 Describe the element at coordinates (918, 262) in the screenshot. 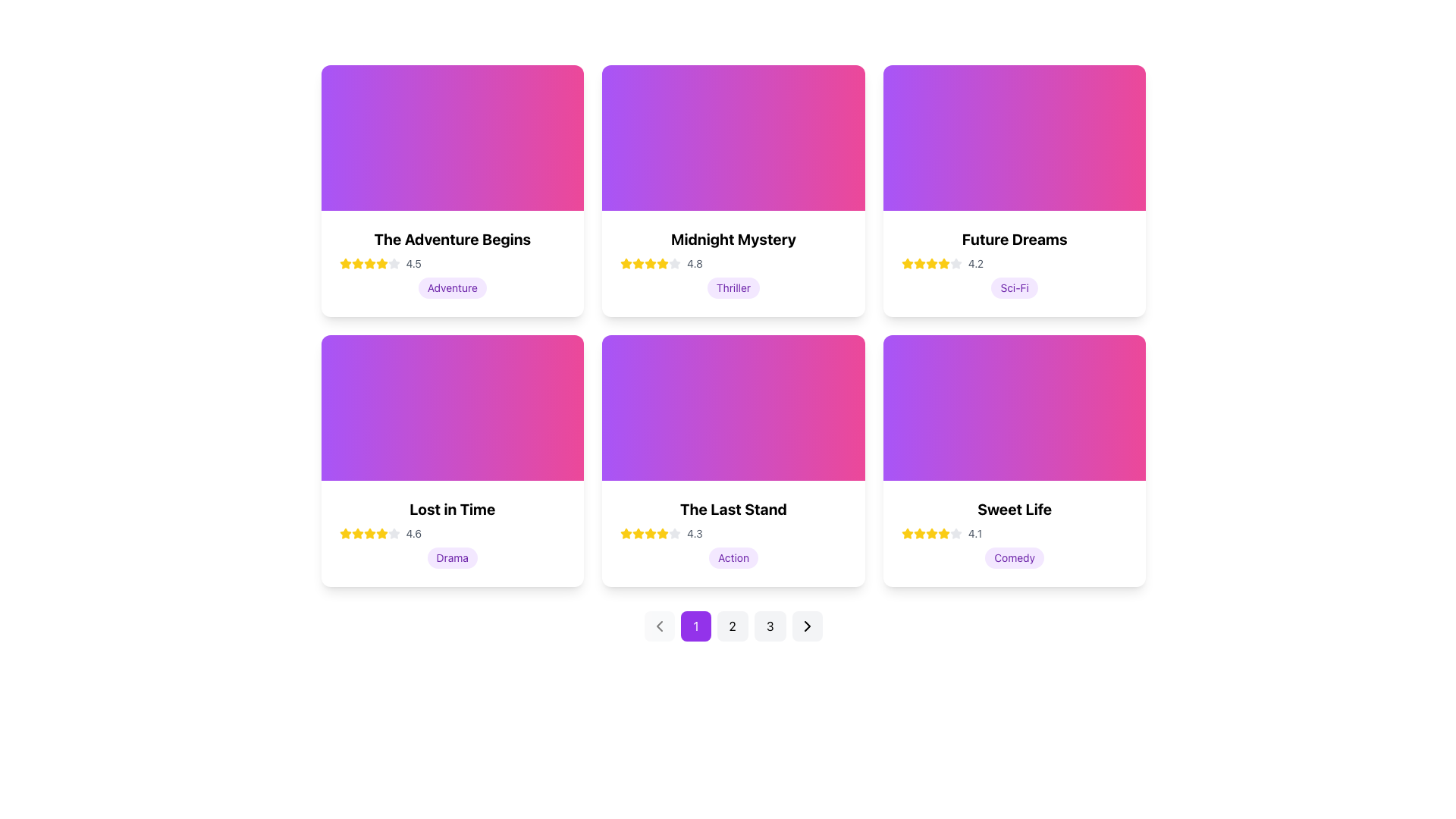

I see `the third star in the rating system for the card titled 'Future Dreams', located to the left of the rating text '4.2'` at that location.